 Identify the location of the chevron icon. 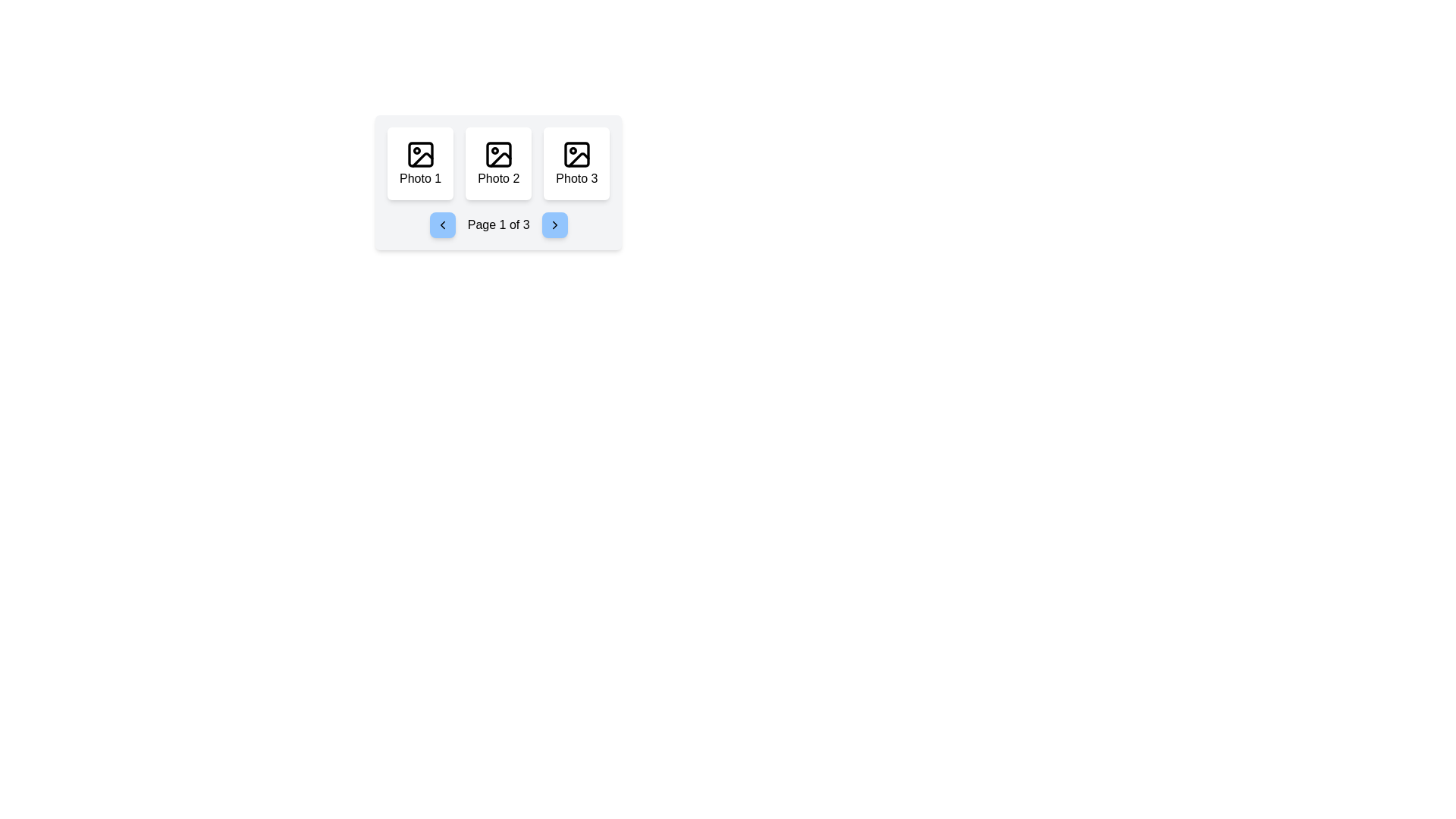
(441, 225).